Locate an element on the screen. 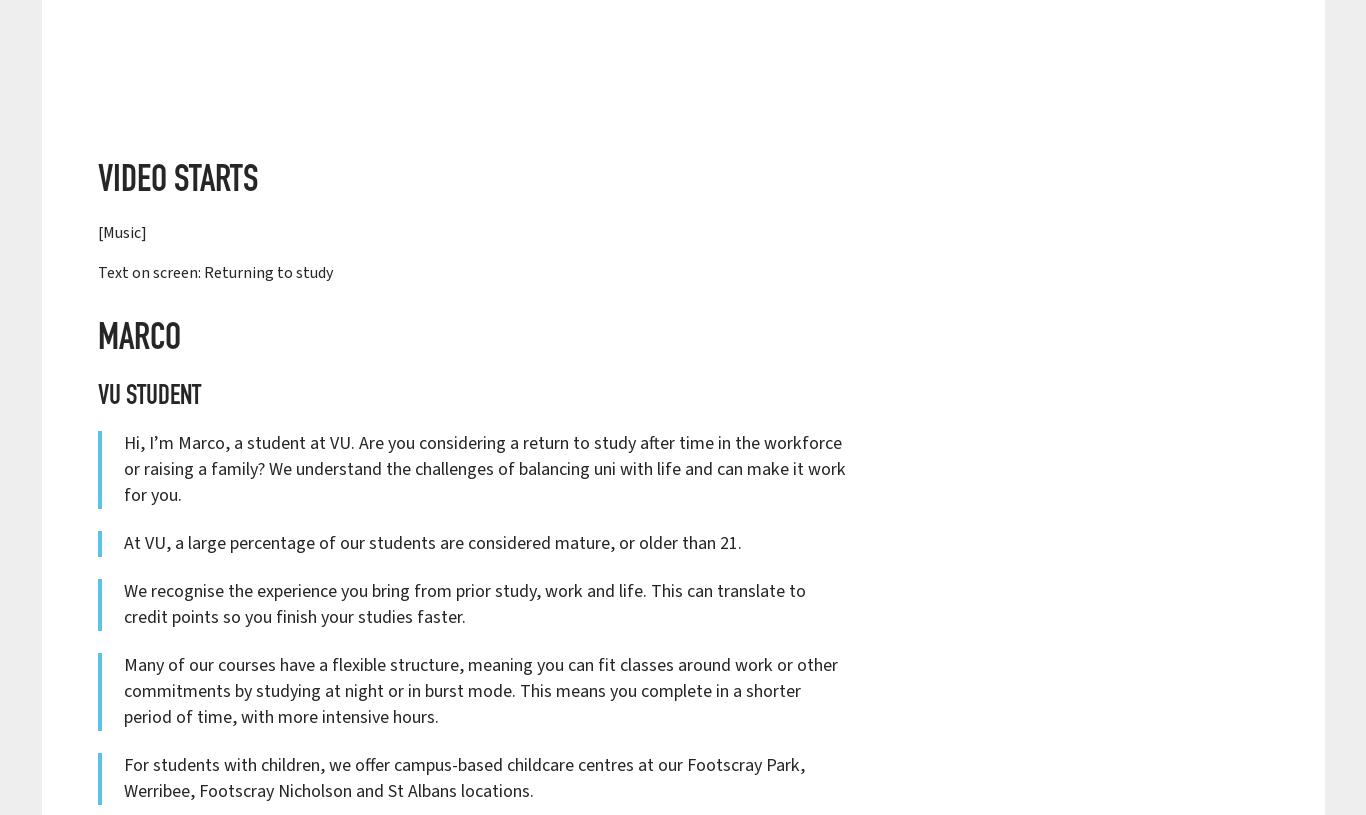 The width and height of the screenshot is (1366, 815). 'Text on screen: Returning to study' is located at coordinates (214, 272).